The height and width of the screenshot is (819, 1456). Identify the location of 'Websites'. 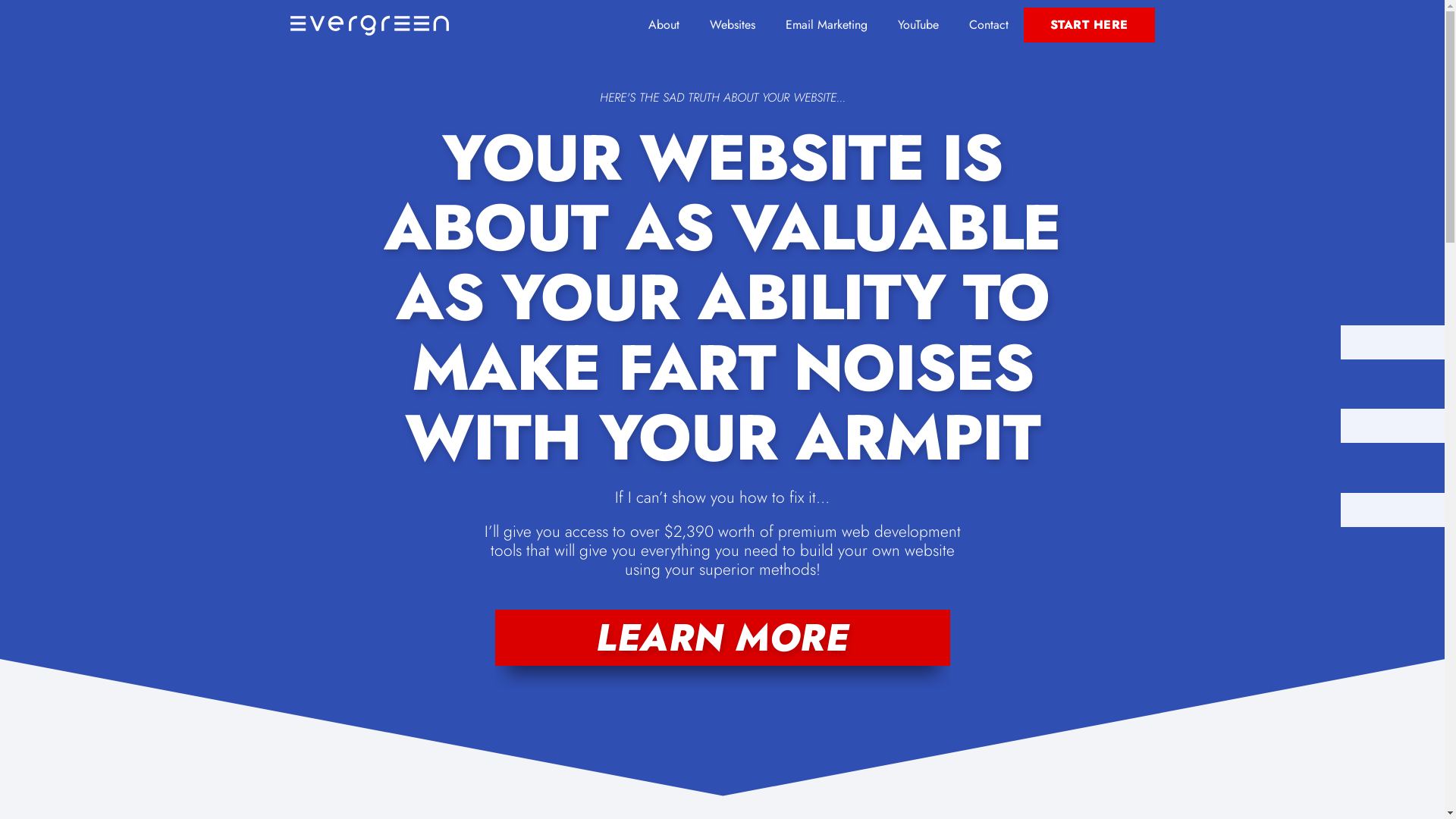
(732, 25).